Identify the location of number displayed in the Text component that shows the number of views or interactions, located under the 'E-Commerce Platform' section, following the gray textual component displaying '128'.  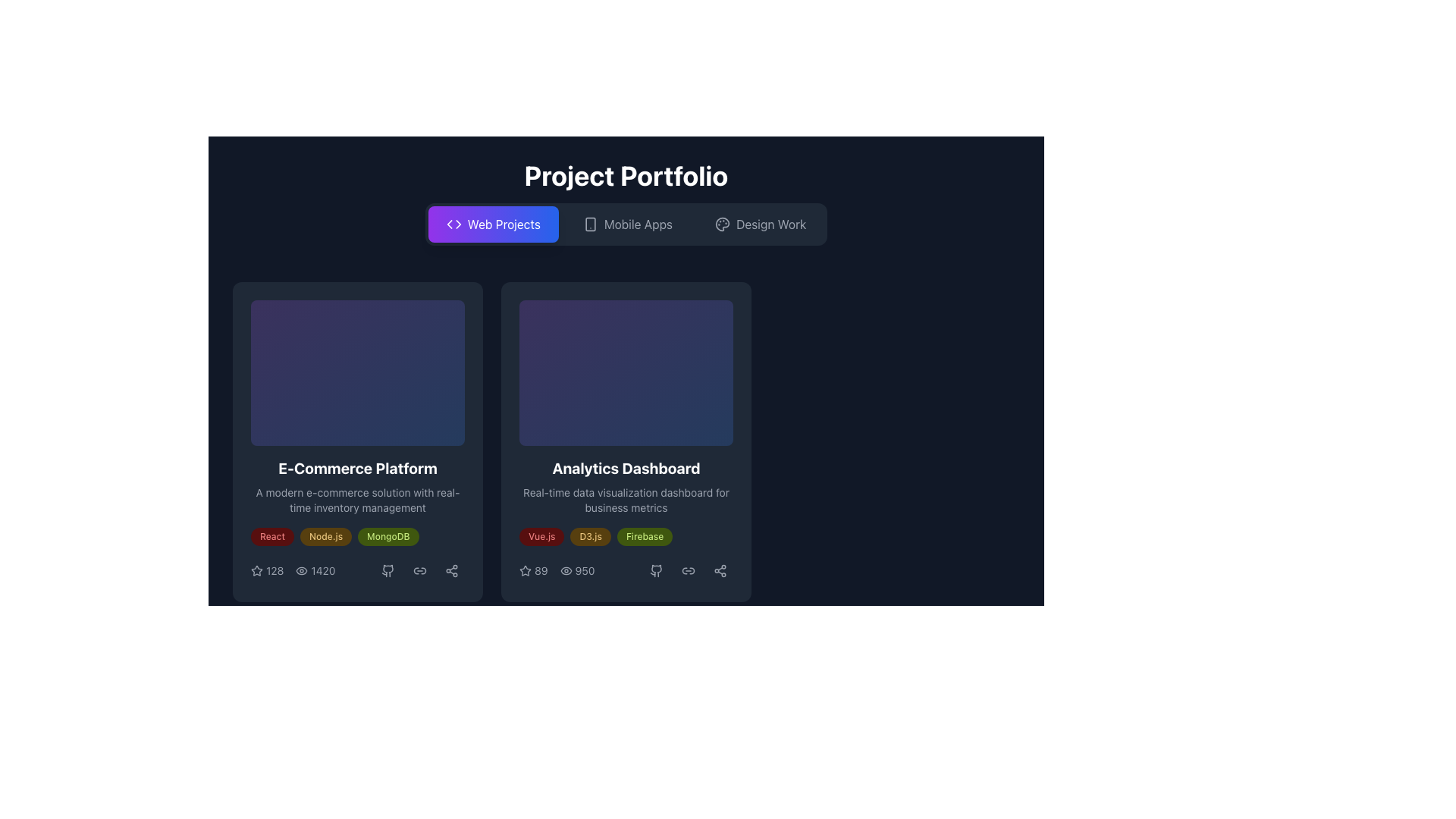
(293, 570).